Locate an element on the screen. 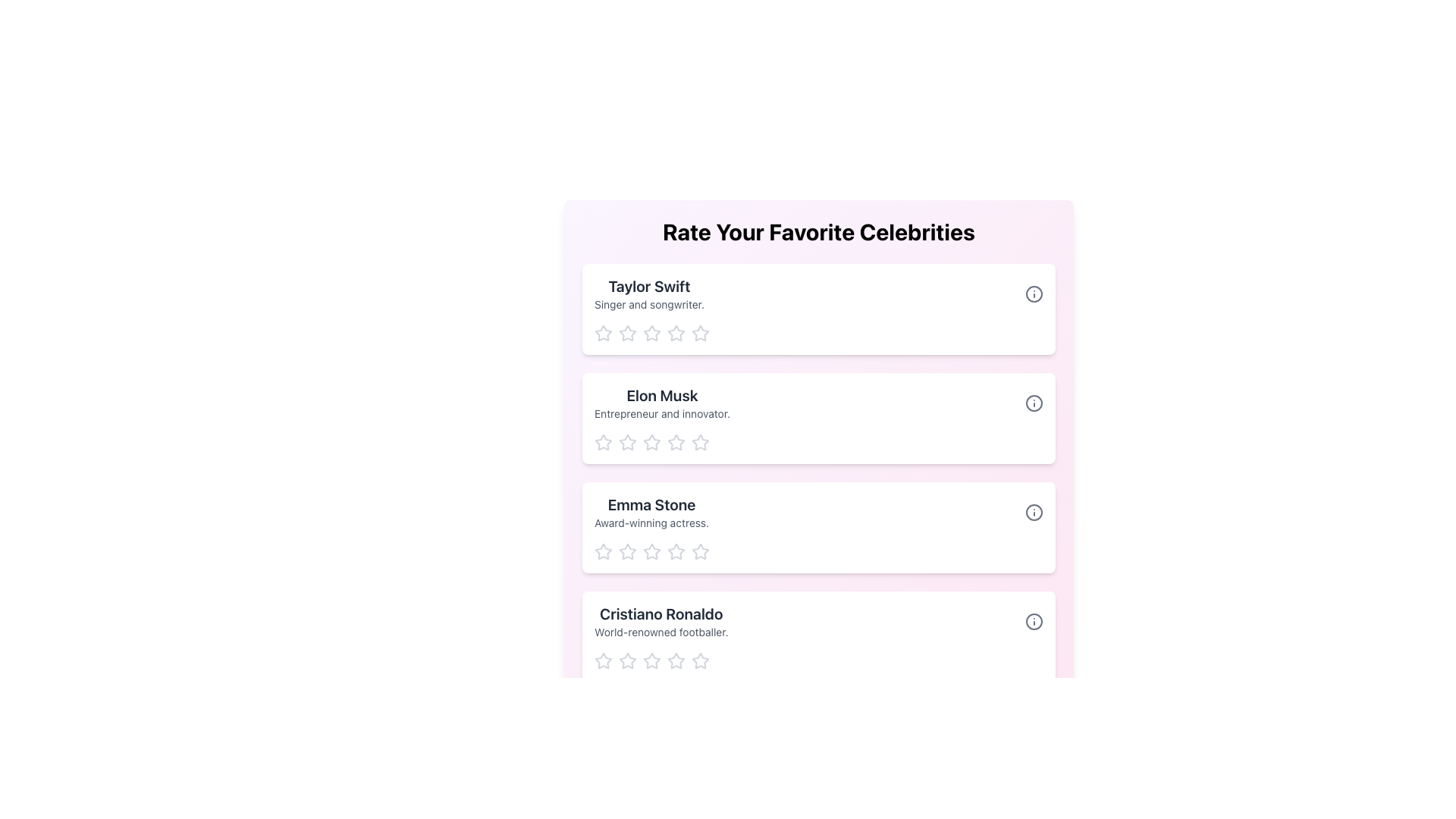 The width and height of the screenshot is (1456, 819). the text label displaying 'Emma Stone', which is in bold black font and located in the third row of the 'Rate Your Favorite Celebrities' list, below 'Elon Musk' is located at coordinates (651, 512).